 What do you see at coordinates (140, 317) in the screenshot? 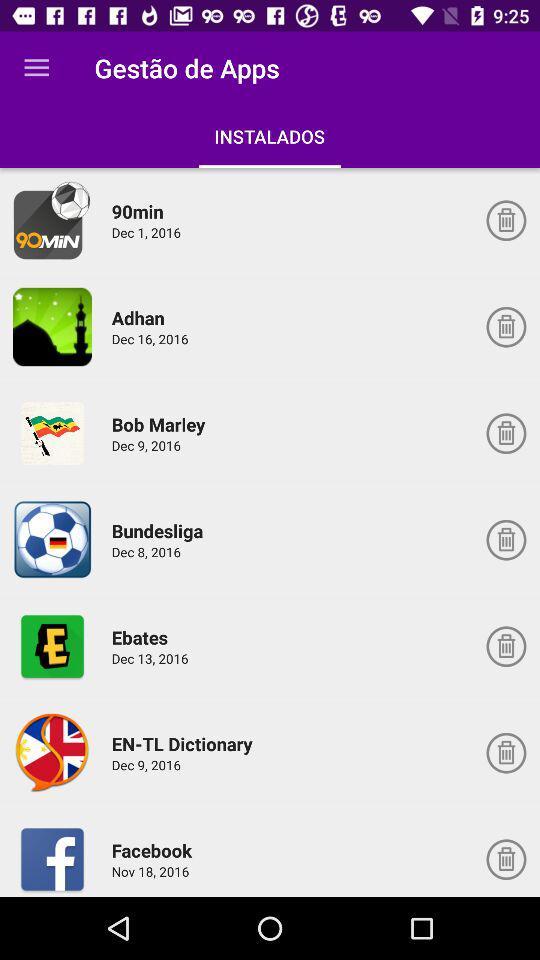
I see `the item above the dec 16, 2016 item` at bounding box center [140, 317].